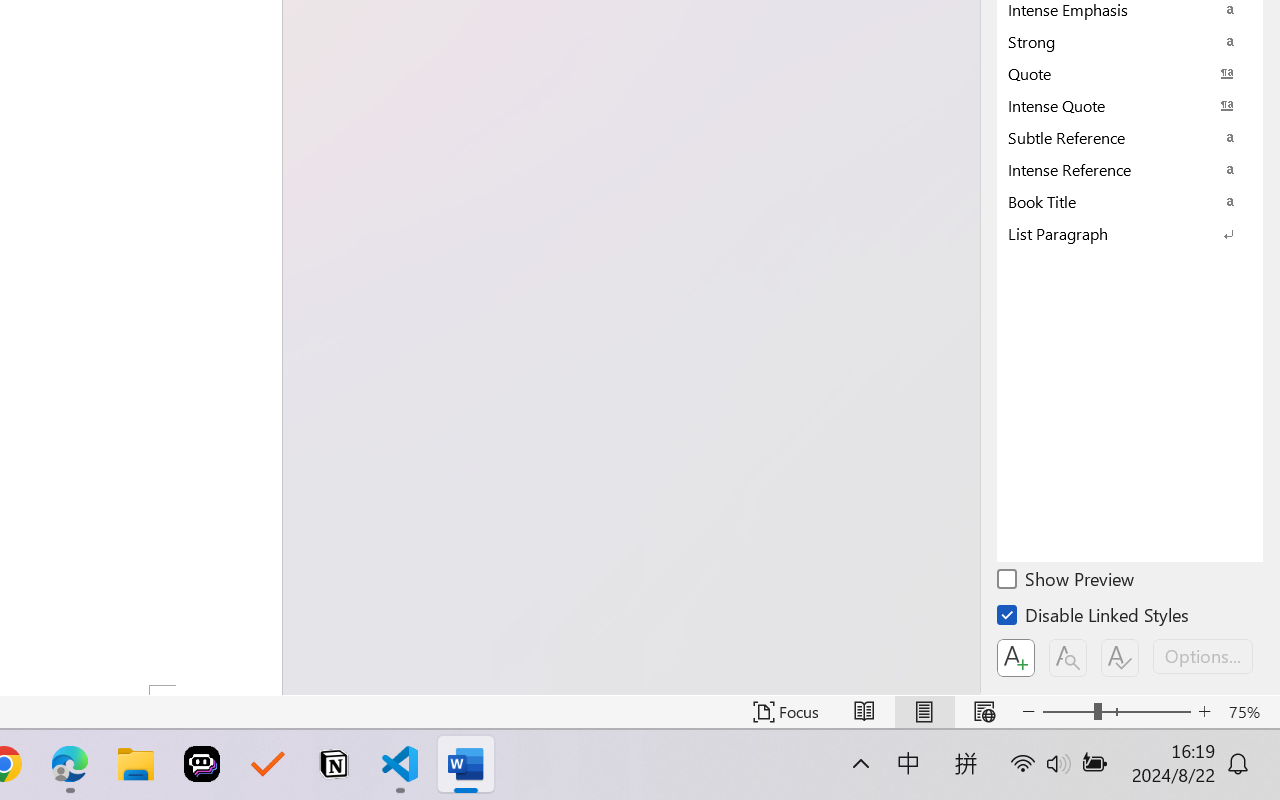 The height and width of the screenshot is (800, 1280). I want to click on 'Class: NetUIButton', so click(1120, 657).